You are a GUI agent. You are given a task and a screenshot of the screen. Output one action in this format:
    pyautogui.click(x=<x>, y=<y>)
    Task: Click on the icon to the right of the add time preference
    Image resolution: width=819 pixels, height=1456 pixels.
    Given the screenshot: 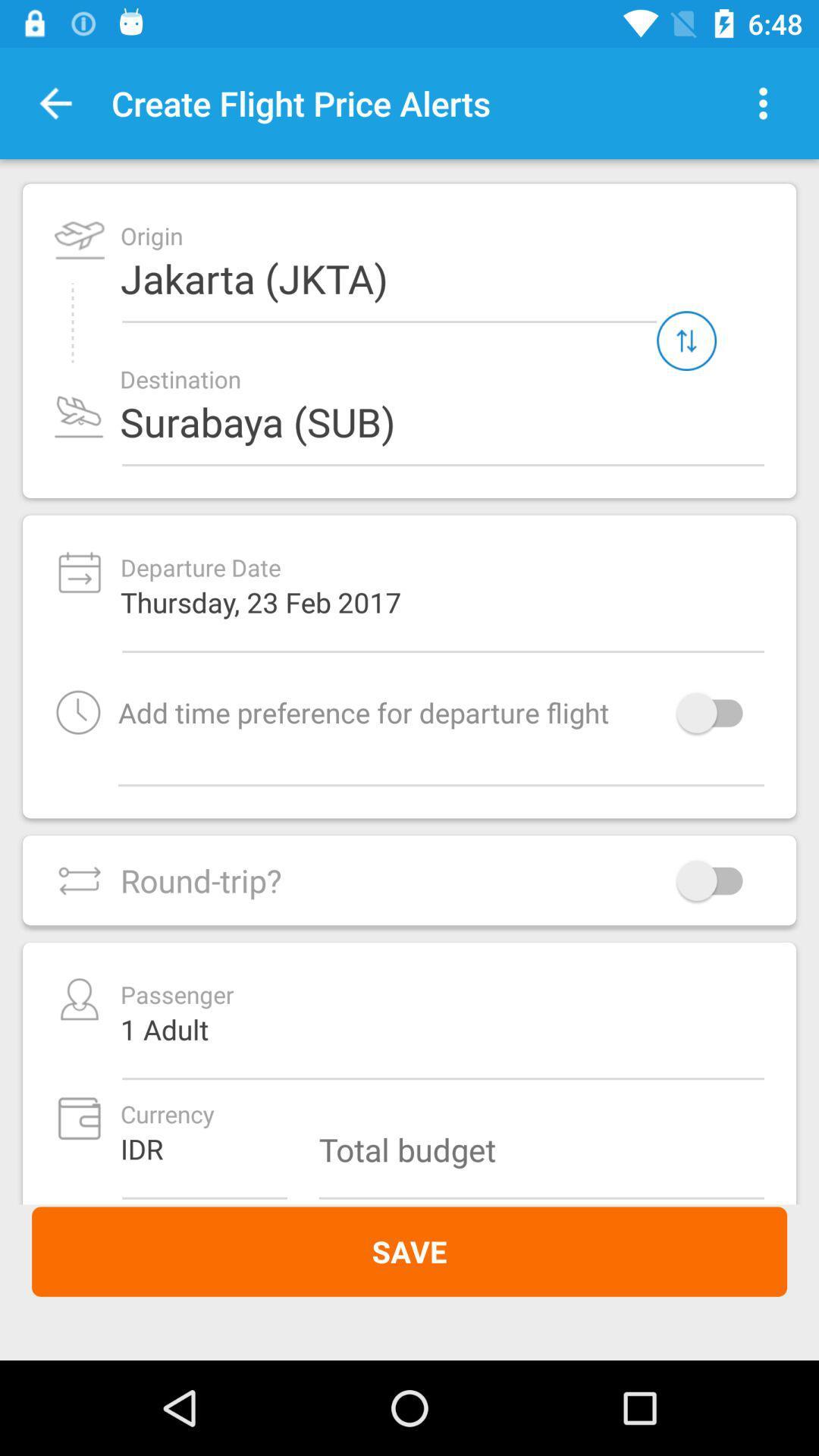 What is the action you would take?
    pyautogui.click(x=717, y=711)
    